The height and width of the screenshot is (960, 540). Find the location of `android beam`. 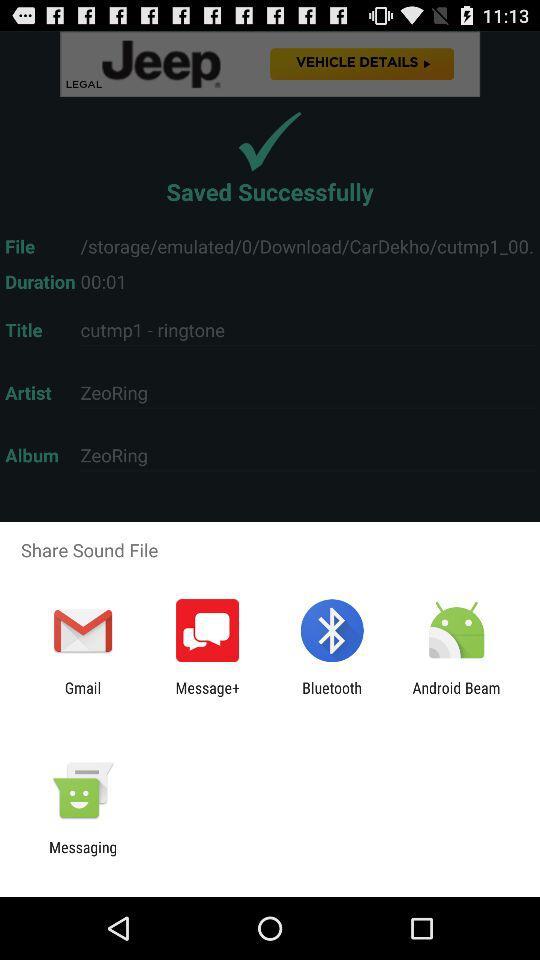

android beam is located at coordinates (456, 696).